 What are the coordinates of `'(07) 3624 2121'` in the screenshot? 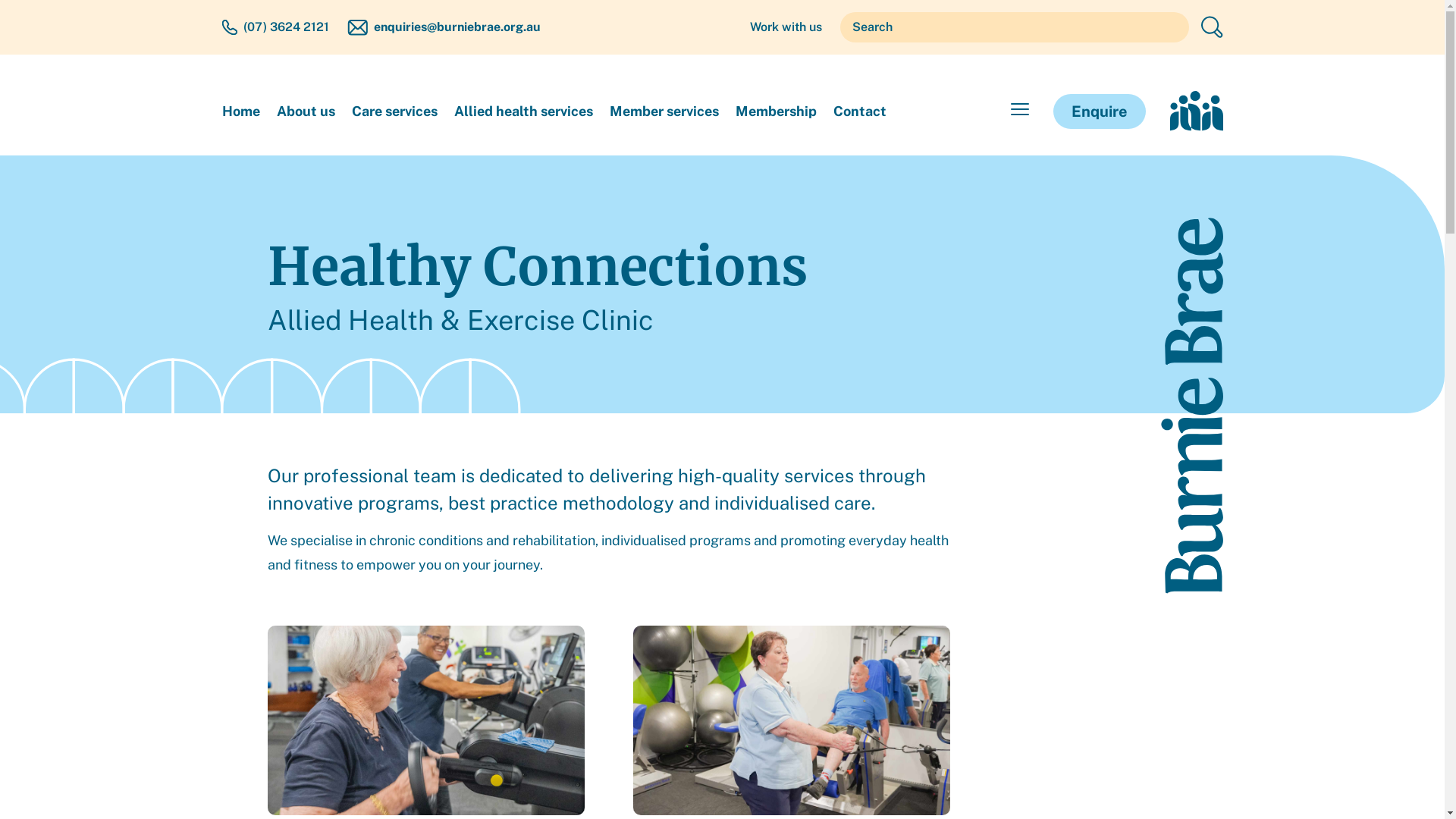 It's located at (285, 27).